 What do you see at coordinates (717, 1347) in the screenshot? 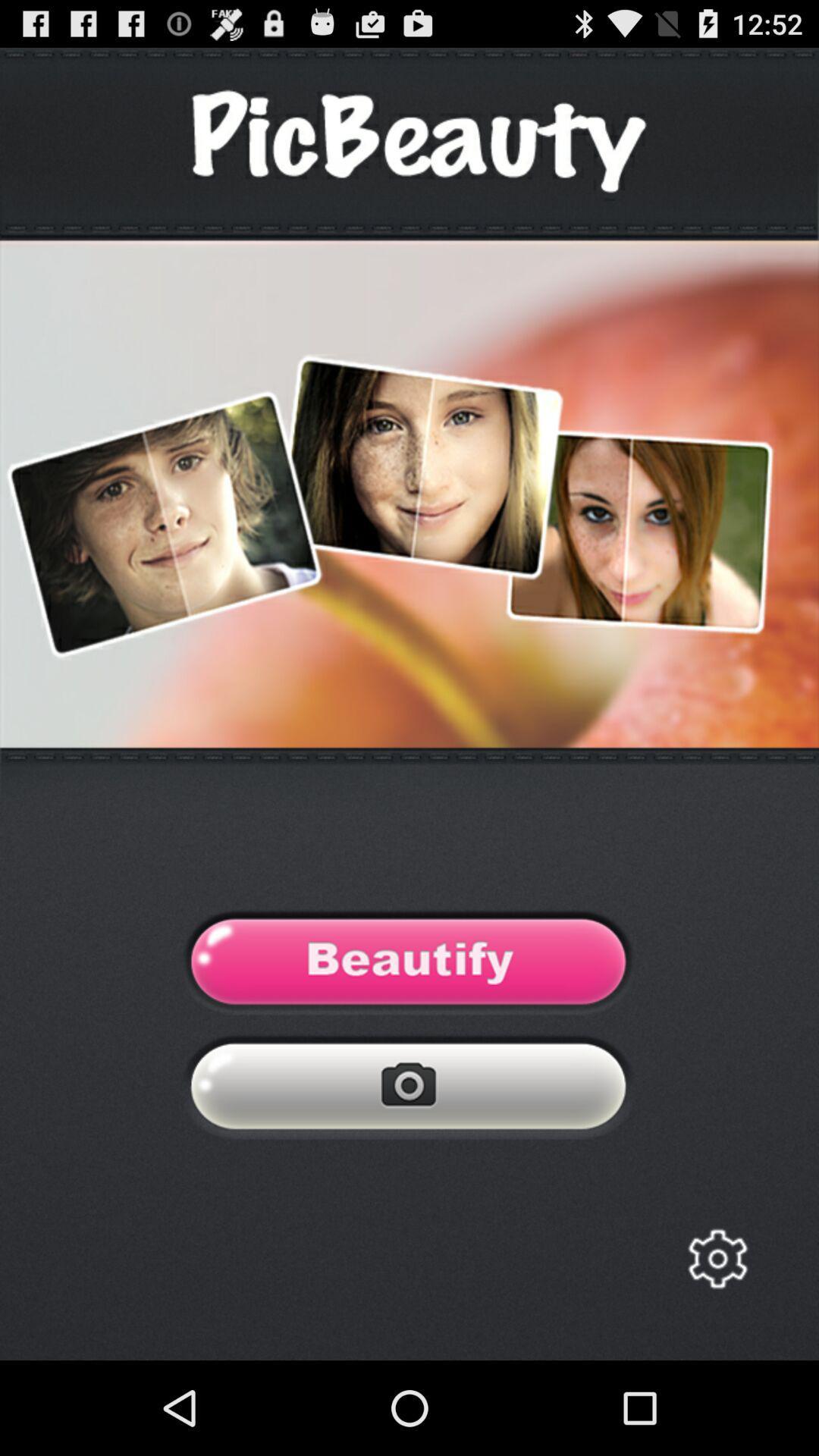
I see `the settings icon` at bounding box center [717, 1347].